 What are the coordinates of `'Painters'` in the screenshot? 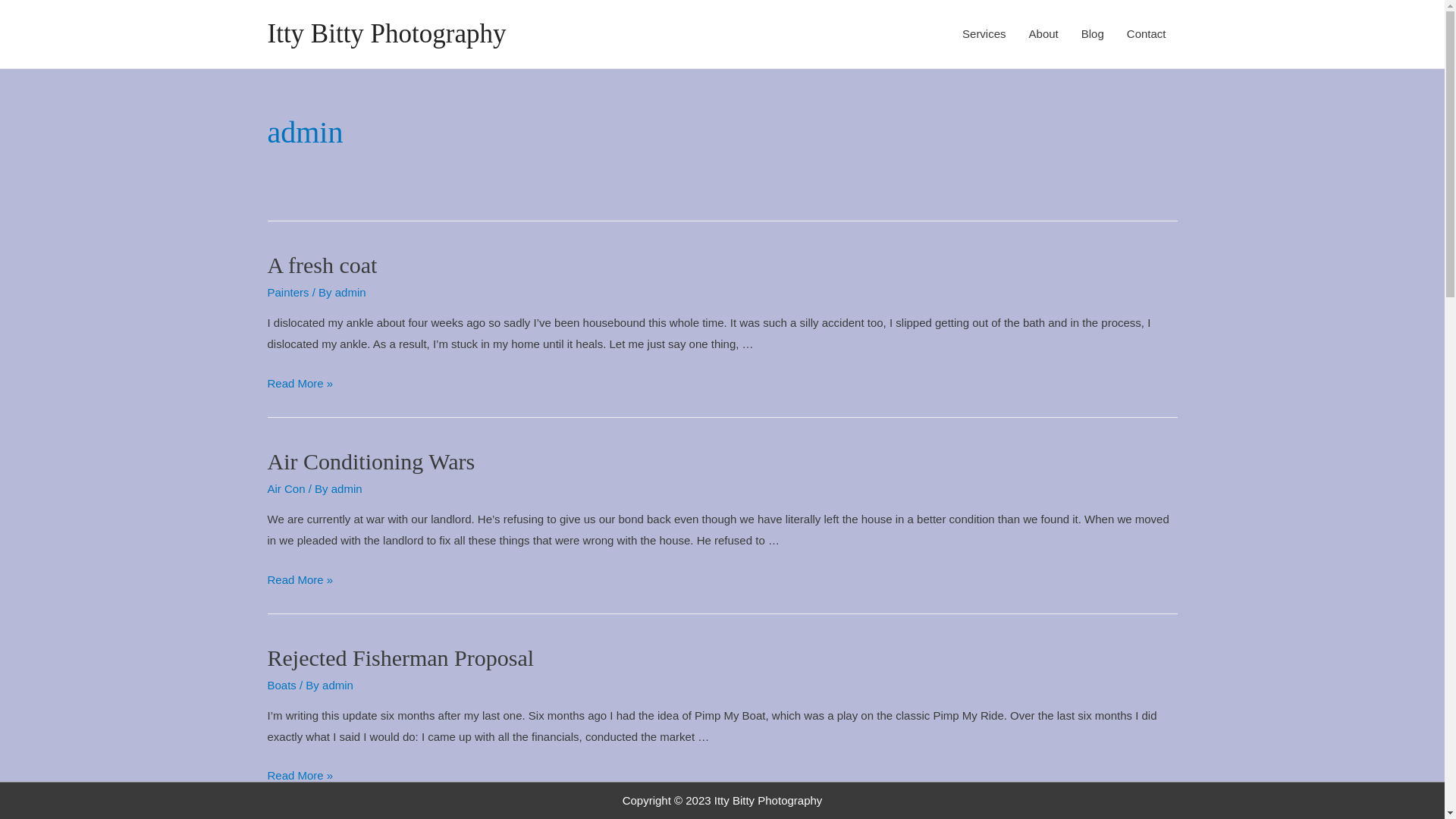 It's located at (287, 292).